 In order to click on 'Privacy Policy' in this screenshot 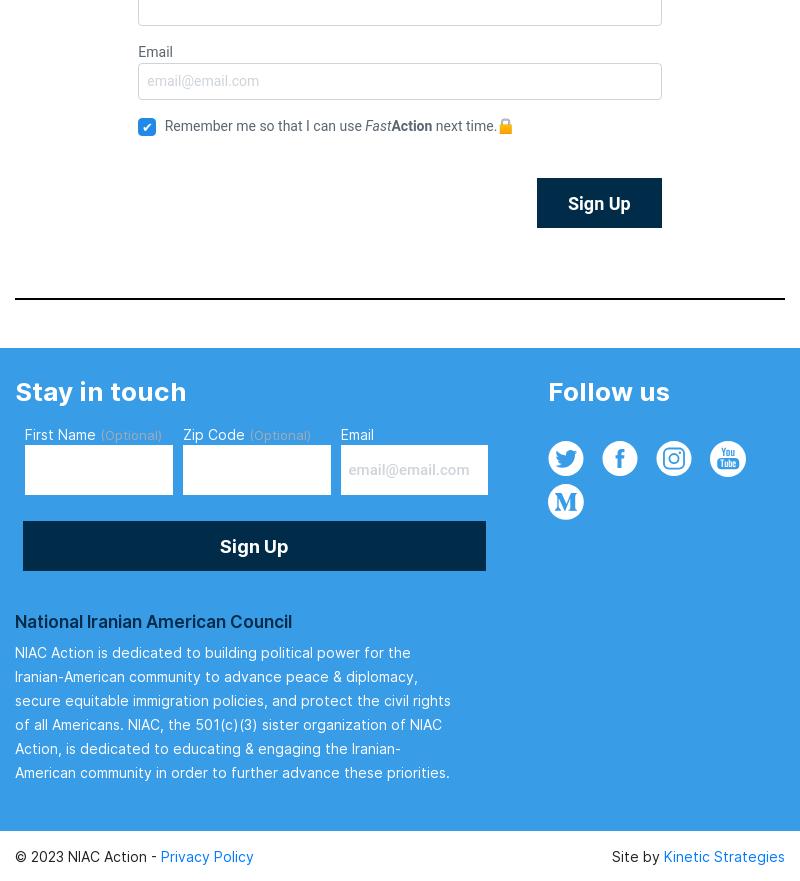, I will do `click(207, 855)`.